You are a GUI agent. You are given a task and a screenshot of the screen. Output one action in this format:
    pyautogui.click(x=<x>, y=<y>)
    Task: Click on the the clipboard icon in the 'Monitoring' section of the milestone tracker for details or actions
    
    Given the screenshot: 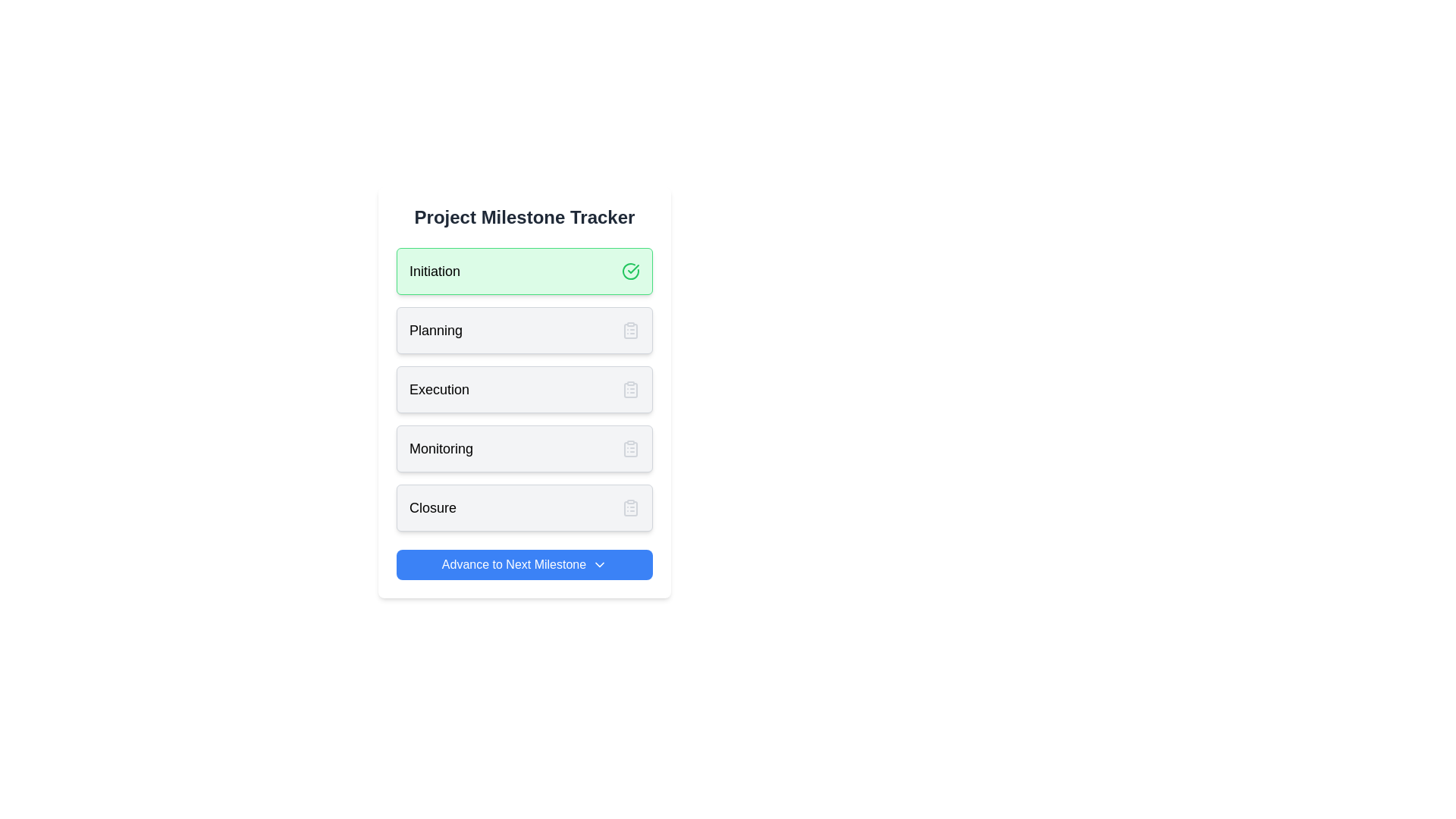 What is the action you would take?
    pyautogui.click(x=630, y=447)
    